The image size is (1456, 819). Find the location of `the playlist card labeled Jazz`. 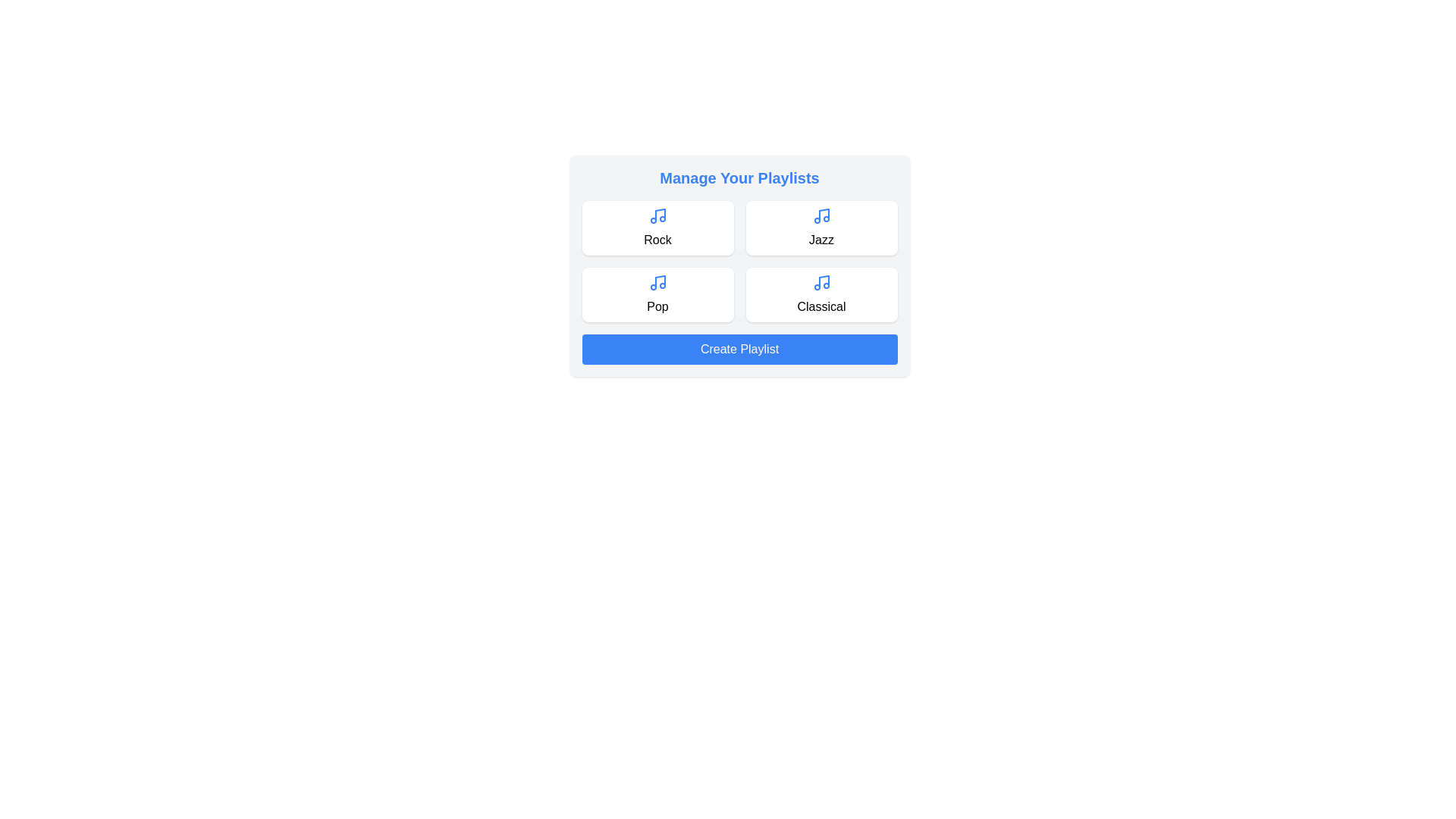

the playlist card labeled Jazz is located at coordinates (821, 227).